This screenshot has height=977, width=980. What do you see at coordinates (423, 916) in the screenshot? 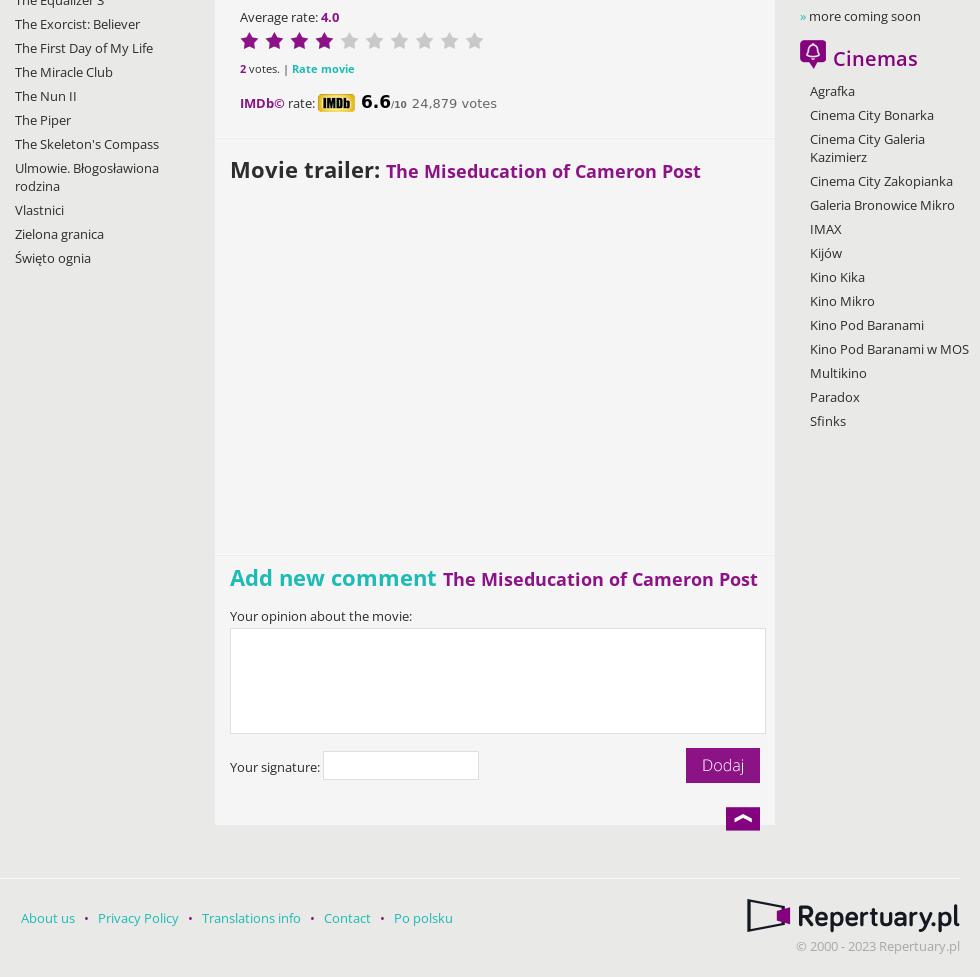
I see `'Po polsku'` at bounding box center [423, 916].